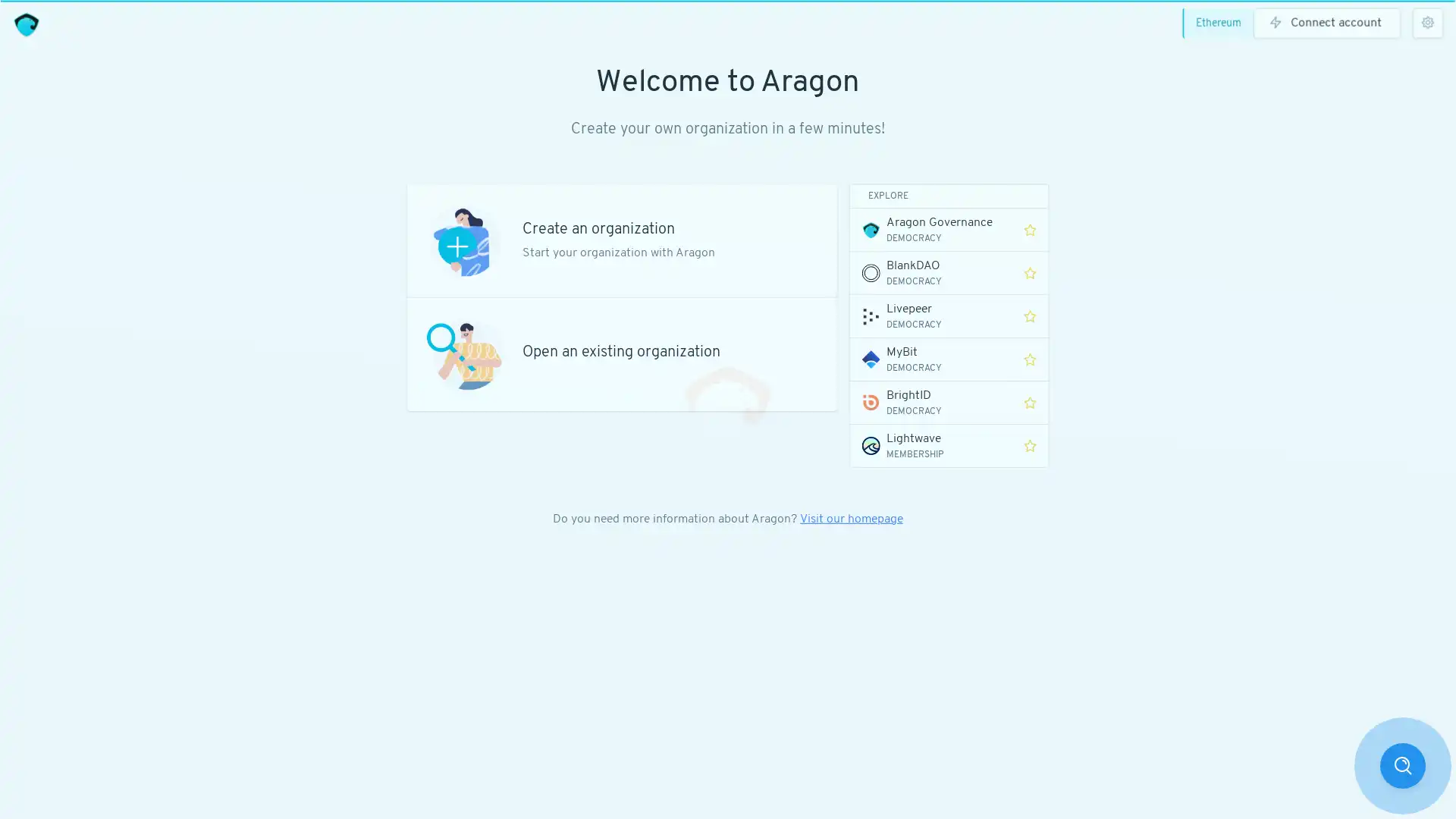 Image resolution: width=1456 pixels, height=819 pixels. I want to click on Connect account, so click(1327, 23).